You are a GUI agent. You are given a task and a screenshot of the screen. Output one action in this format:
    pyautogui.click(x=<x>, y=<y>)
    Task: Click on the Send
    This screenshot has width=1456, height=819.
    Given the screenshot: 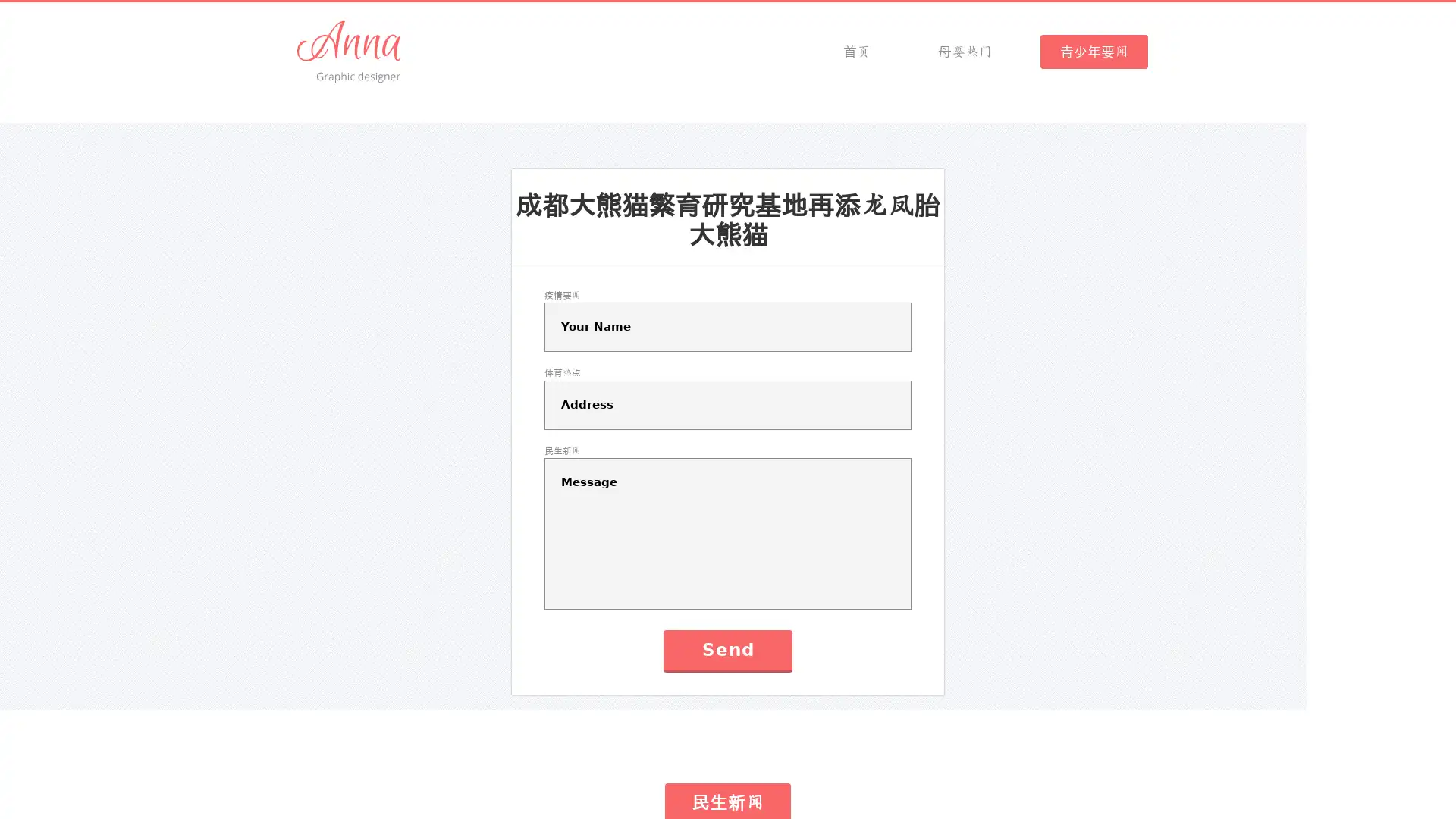 What is the action you would take?
    pyautogui.click(x=726, y=649)
    